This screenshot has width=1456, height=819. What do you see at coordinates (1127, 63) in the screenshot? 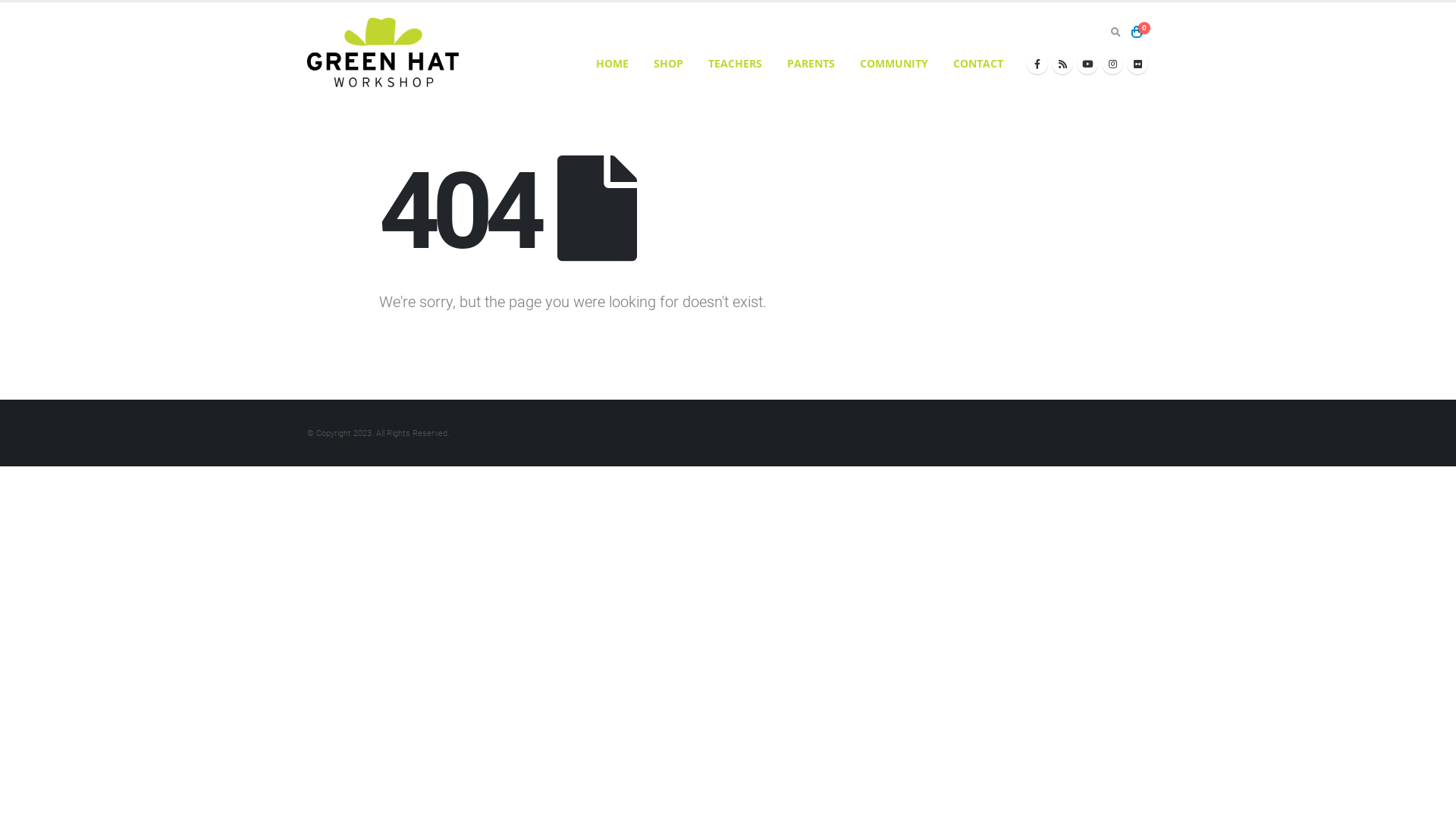
I see `'Flickr'` at bounding box center [1127, 63].